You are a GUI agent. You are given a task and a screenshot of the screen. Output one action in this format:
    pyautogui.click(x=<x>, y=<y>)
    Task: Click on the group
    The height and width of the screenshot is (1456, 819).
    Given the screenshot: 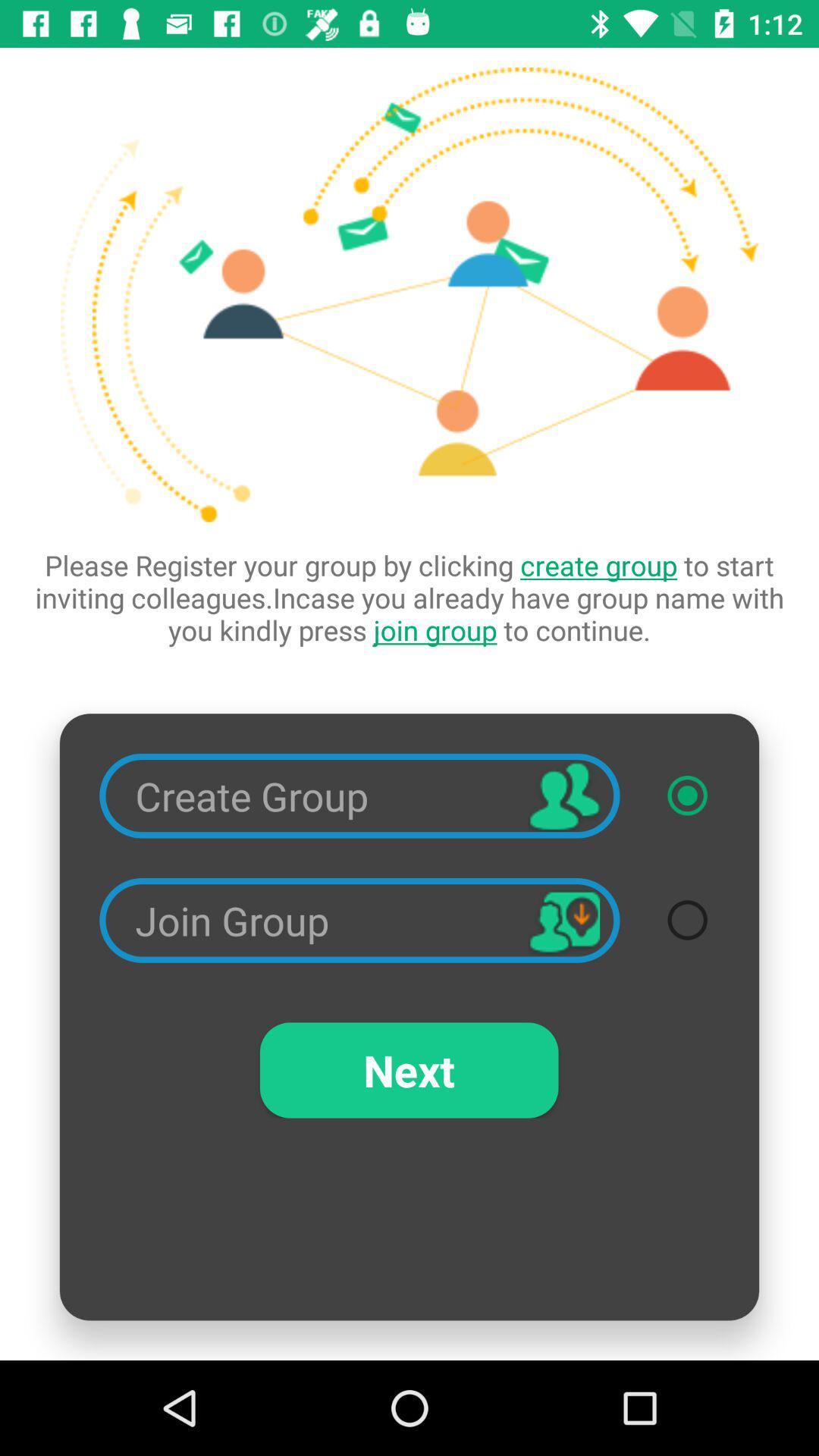 What is the action you would take?
    pyautogui.click(x=687, y=795)
    